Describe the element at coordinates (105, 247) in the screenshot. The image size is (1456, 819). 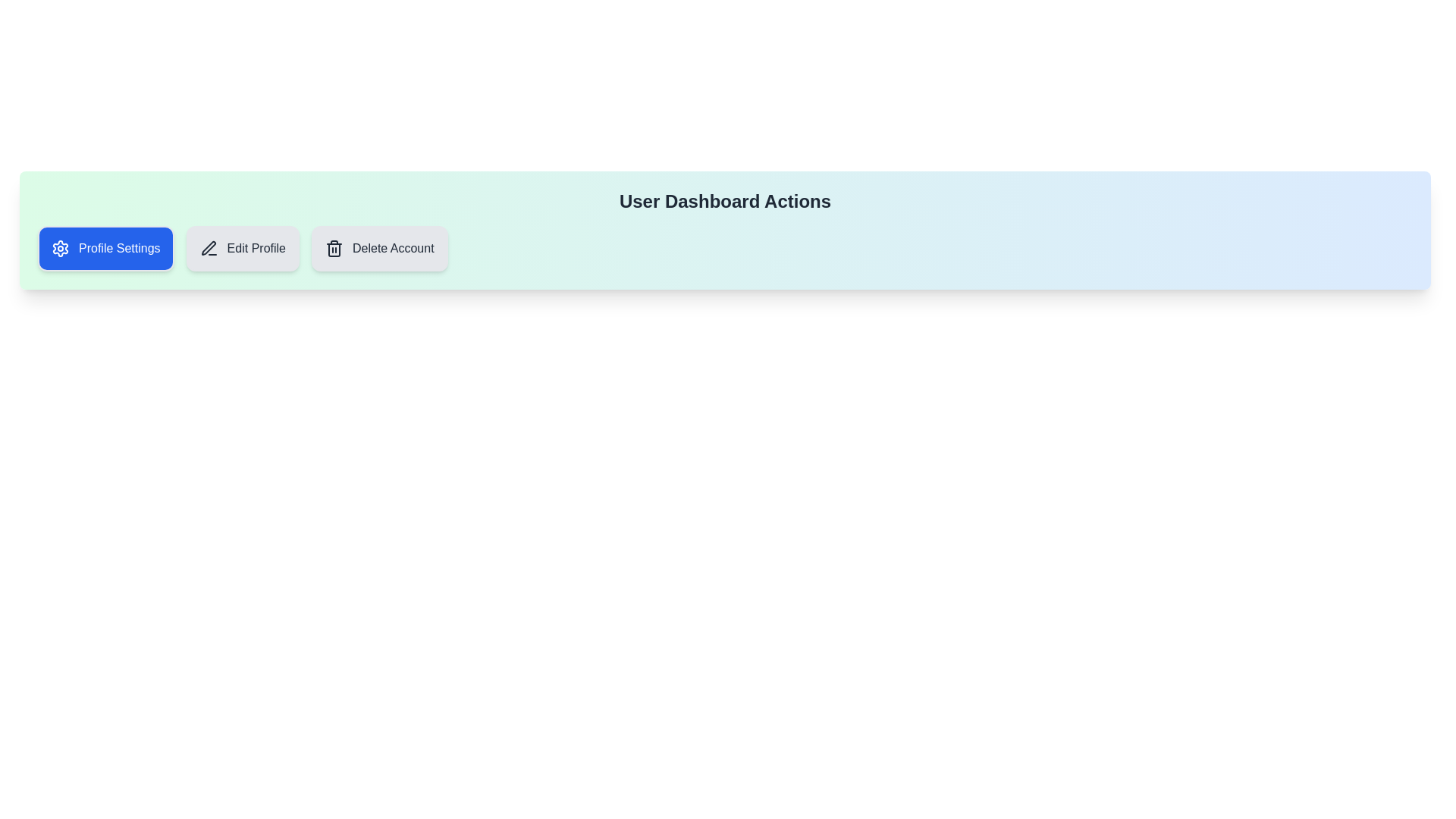
I see `the chip labeled Profile Settings` at that location.